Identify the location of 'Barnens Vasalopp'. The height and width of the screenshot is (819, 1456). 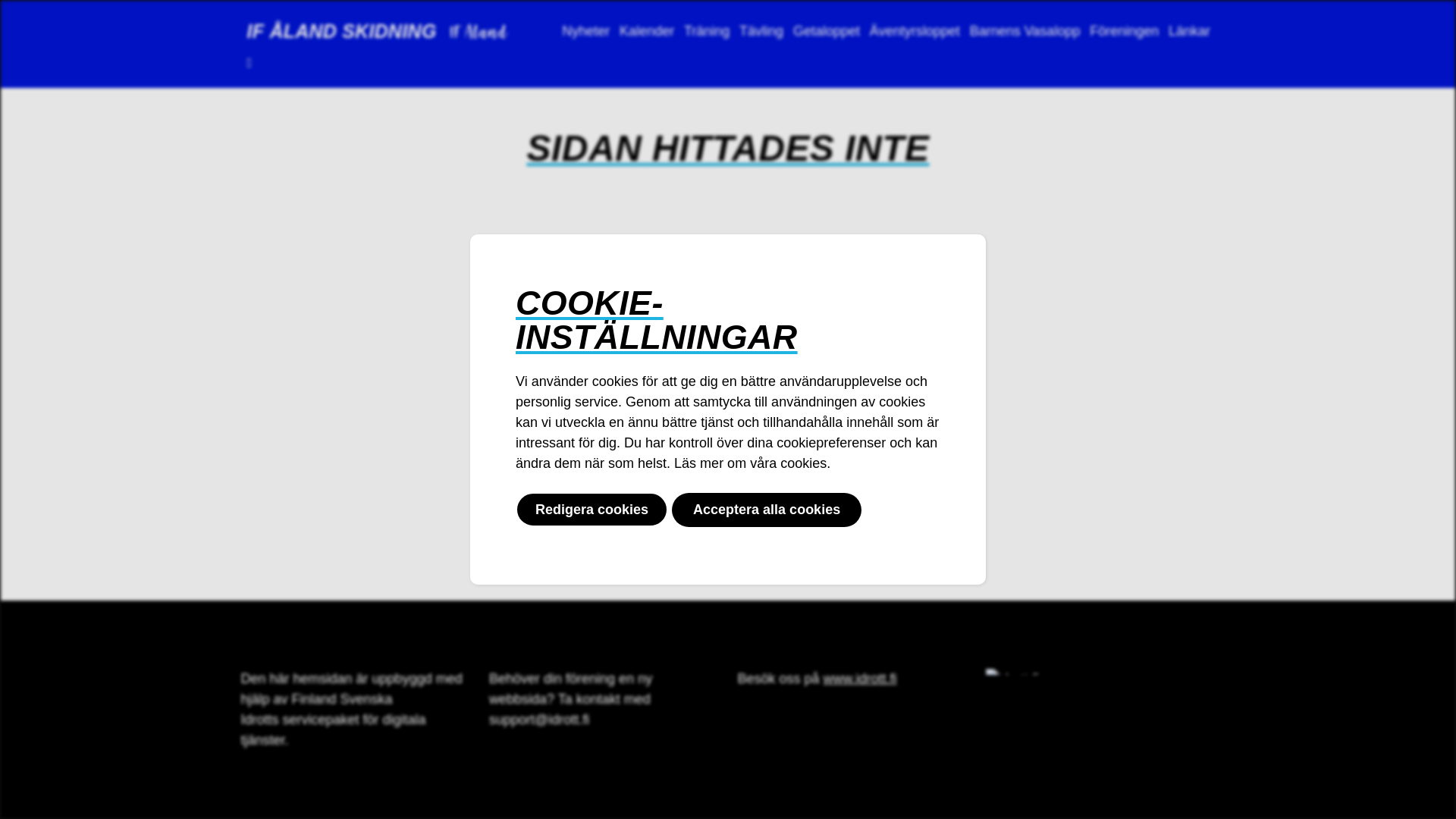
(1025, 31).